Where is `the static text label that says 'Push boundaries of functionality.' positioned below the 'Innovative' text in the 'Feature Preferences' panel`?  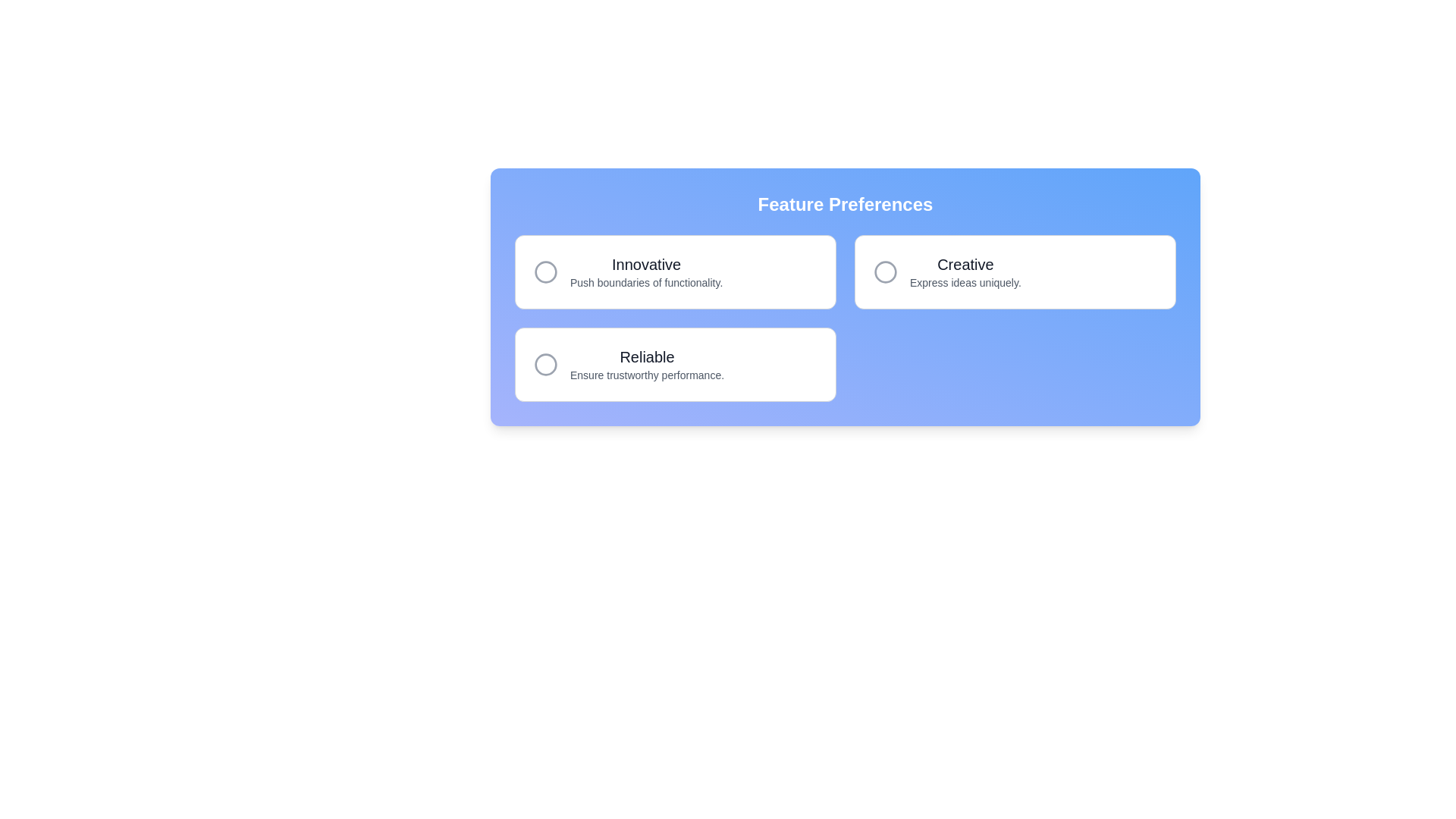
the static text label that says 'Push boundaries of functionality.' positioned below the 'Innovative' text in the 'Feature Preferences' panel is located at coordinates (646, 283).